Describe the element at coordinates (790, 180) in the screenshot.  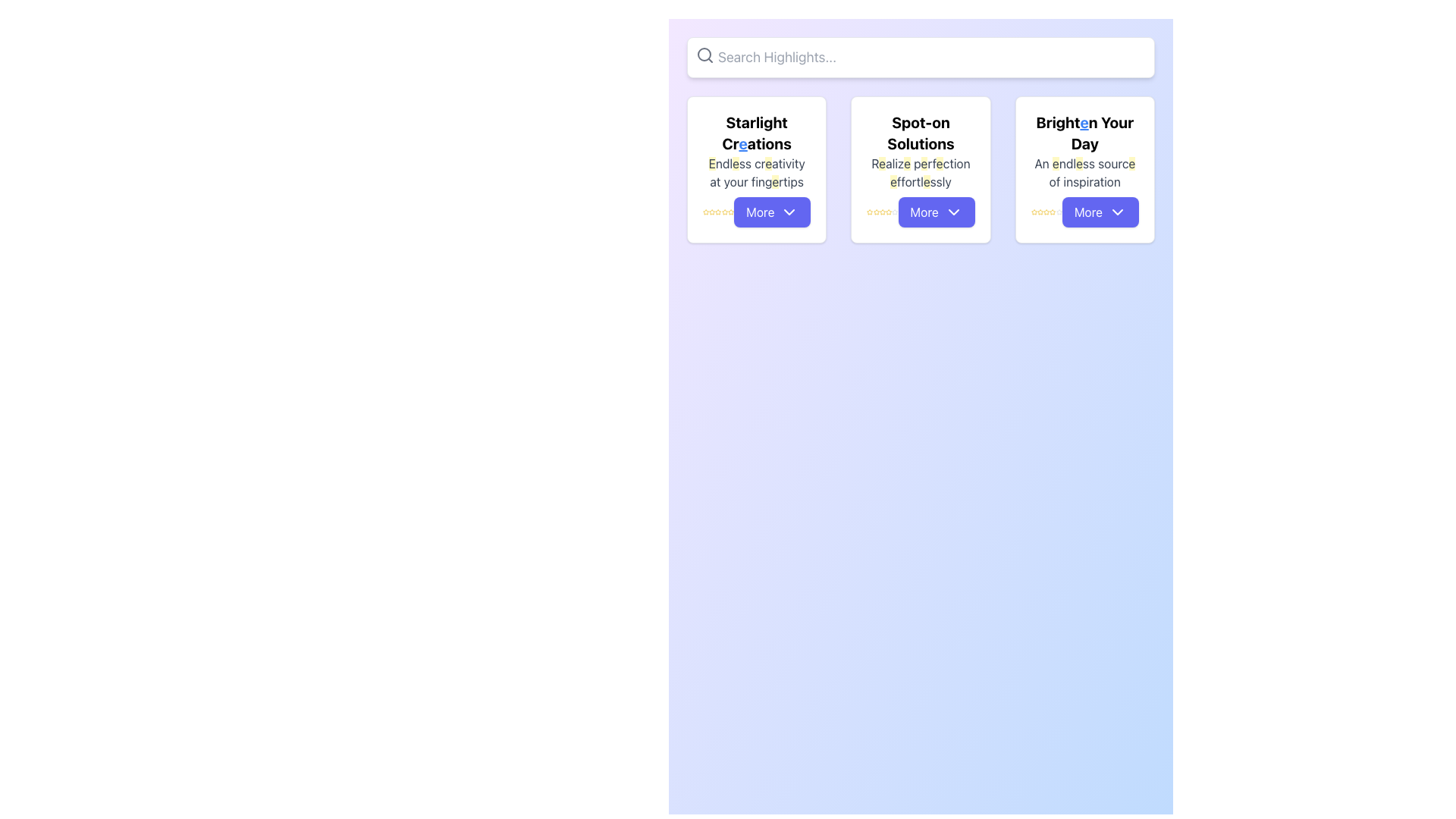
I see `the text 'rtips' located in the phrase 'at your fingertips' within the card titled 'Starlight Creations'` at that location.